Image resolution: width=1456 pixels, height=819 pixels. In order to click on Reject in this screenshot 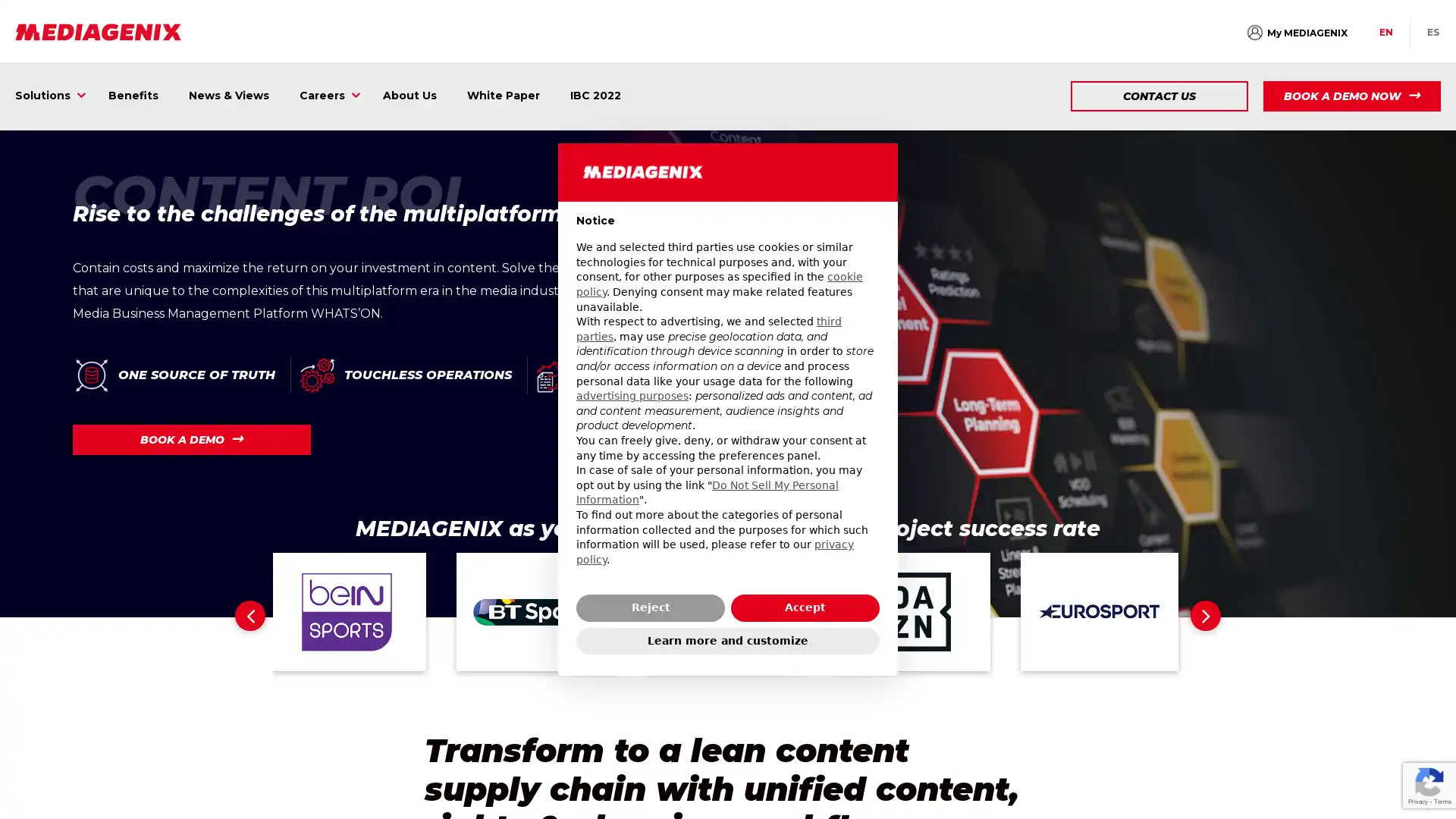, I will do `click(651, 607)`.